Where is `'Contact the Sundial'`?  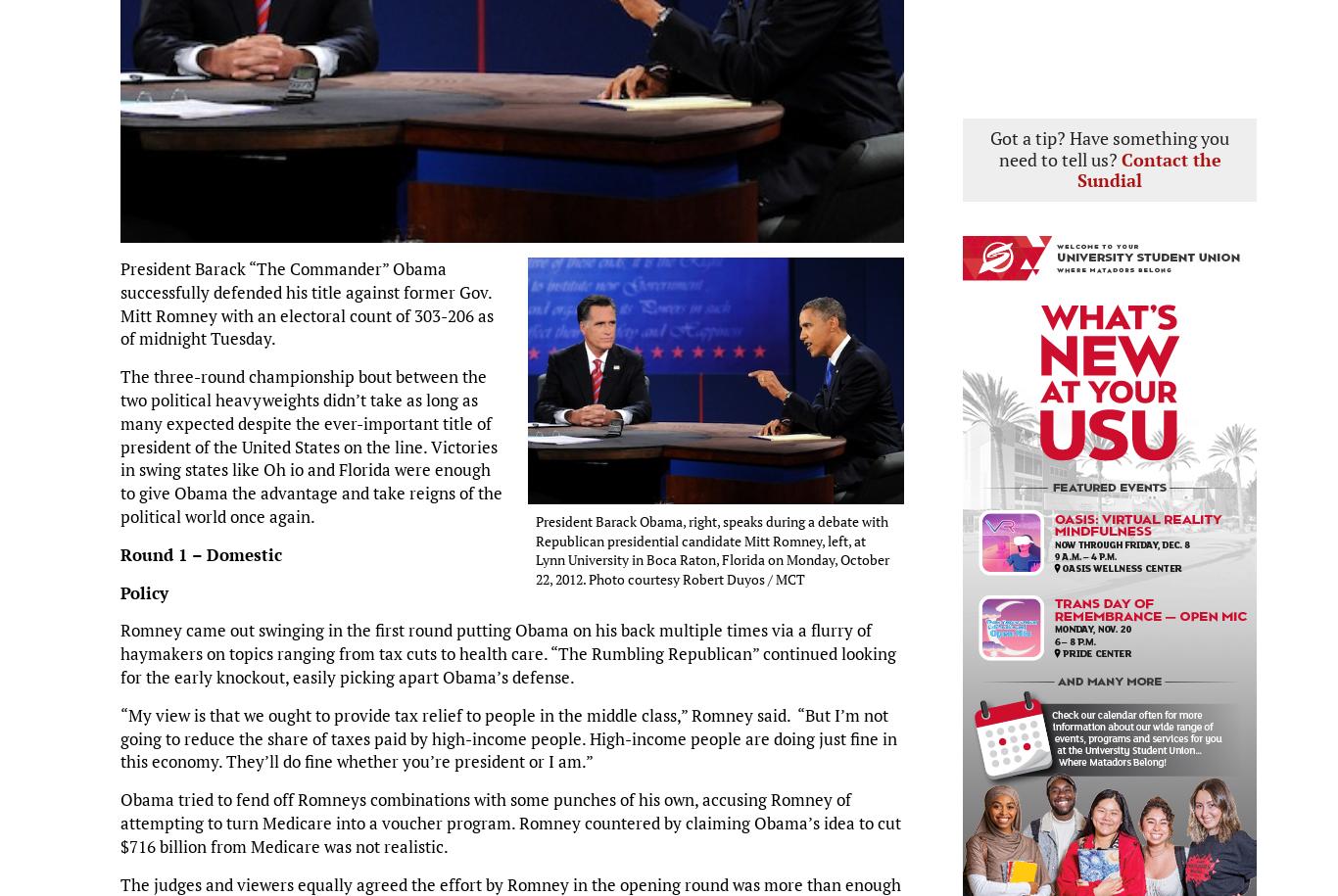
'Contact the Sundial' is located at coordinates (1148, 168).